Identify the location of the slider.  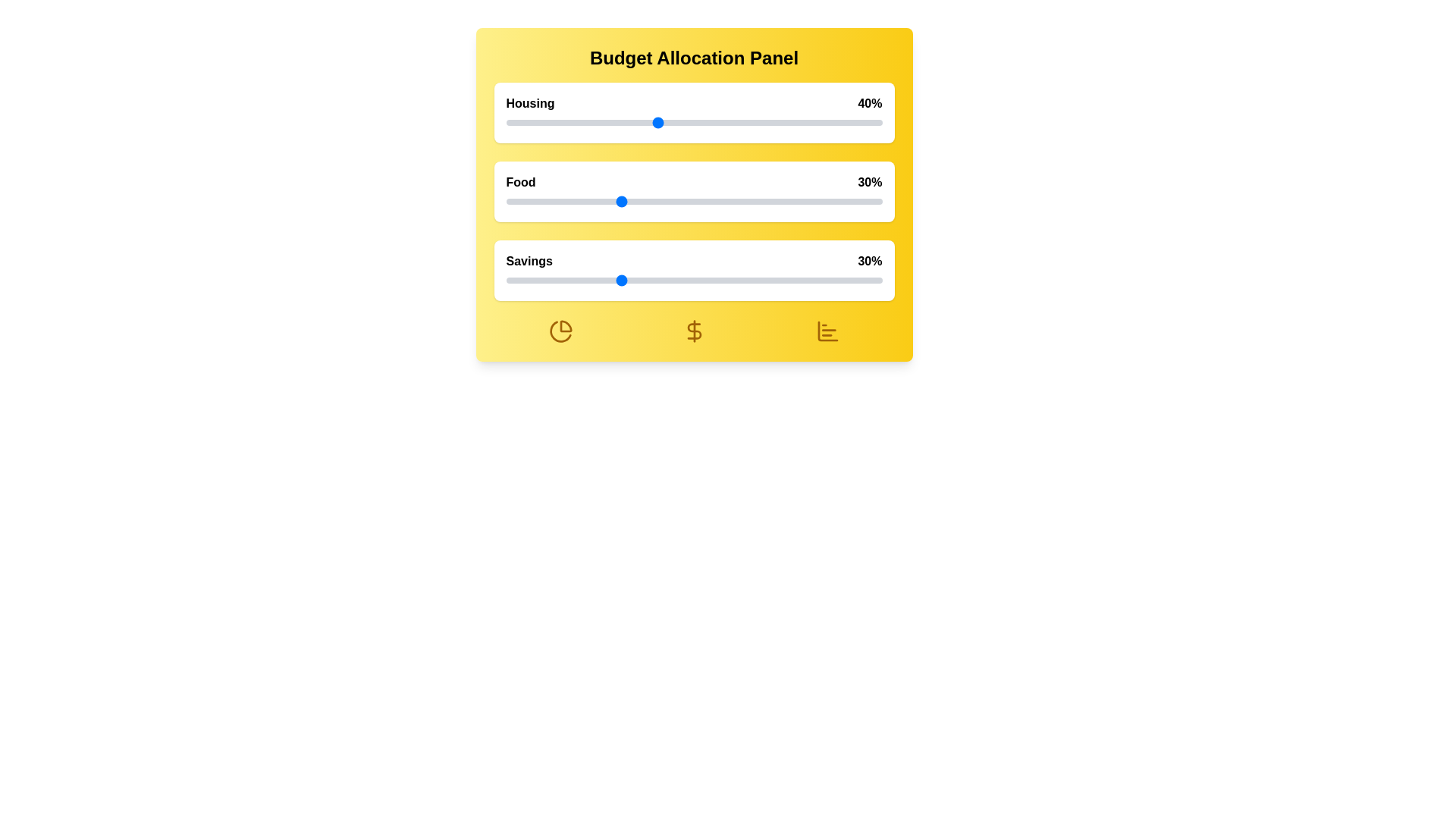
(557, 281).